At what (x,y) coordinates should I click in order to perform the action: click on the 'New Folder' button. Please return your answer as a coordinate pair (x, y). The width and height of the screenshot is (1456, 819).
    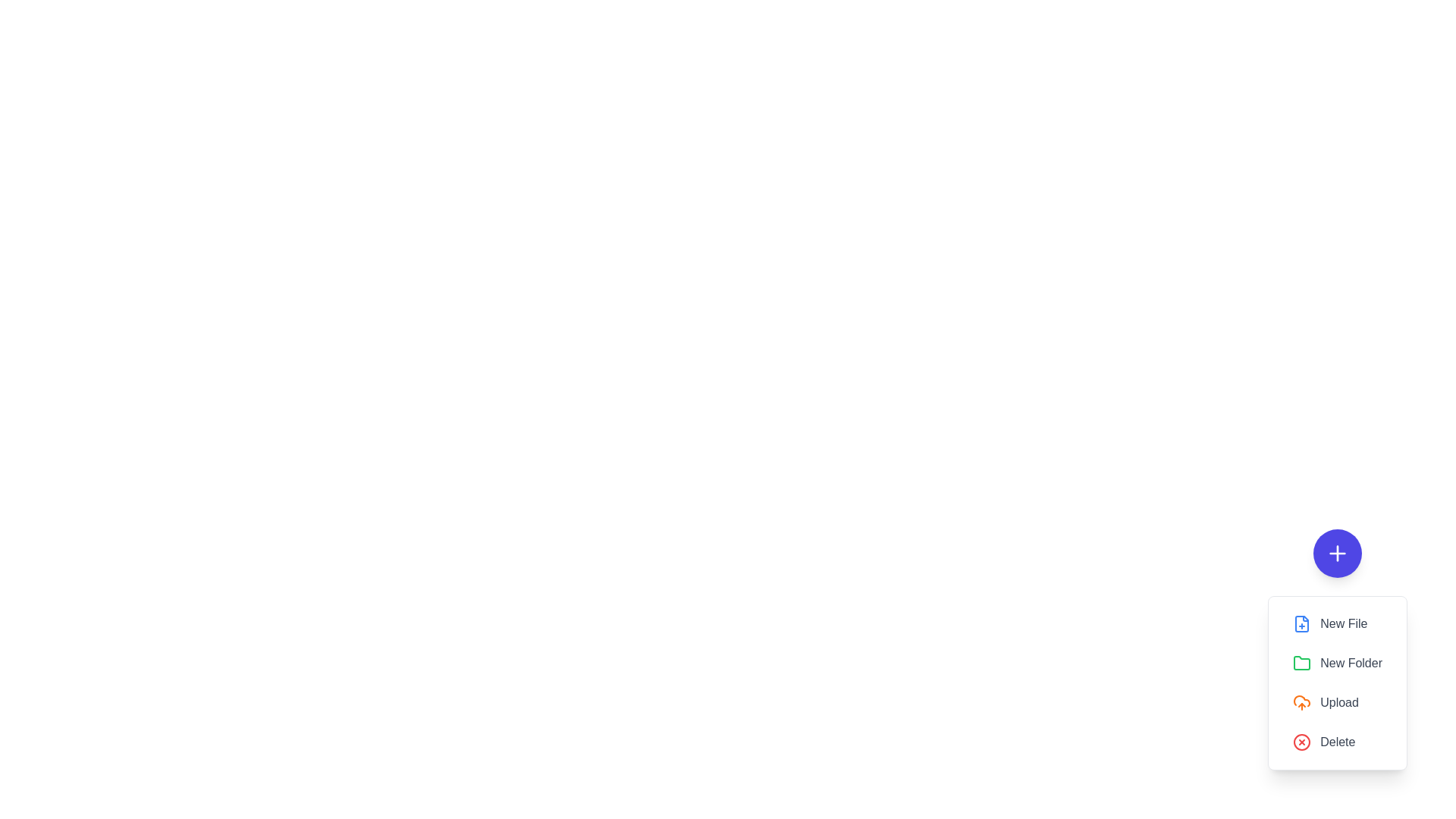
    Looking at the image, I should click on (1338, 663).